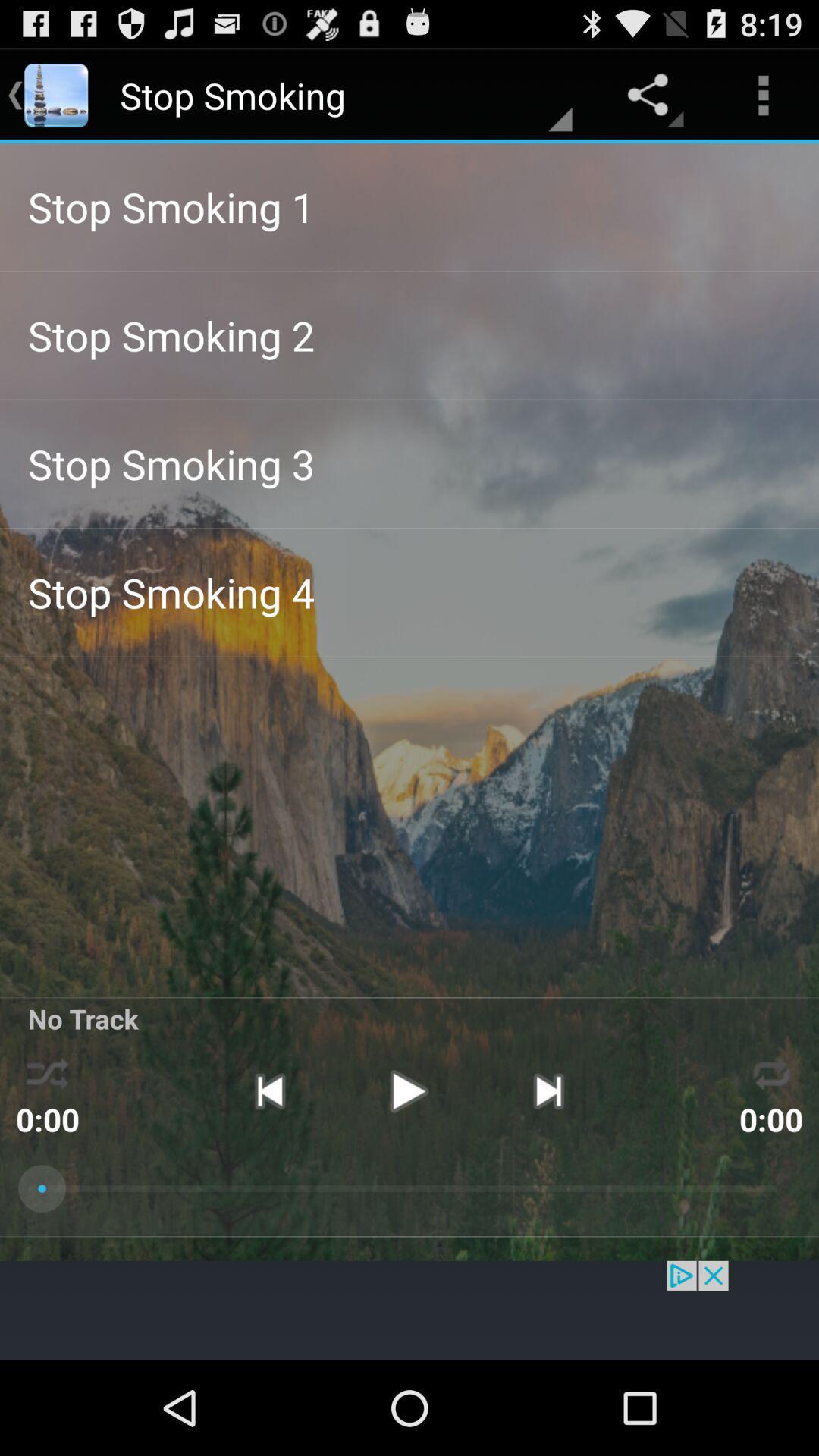 This screenshot has width=819, height=1456. I want to click on search, so click(409, 1310).